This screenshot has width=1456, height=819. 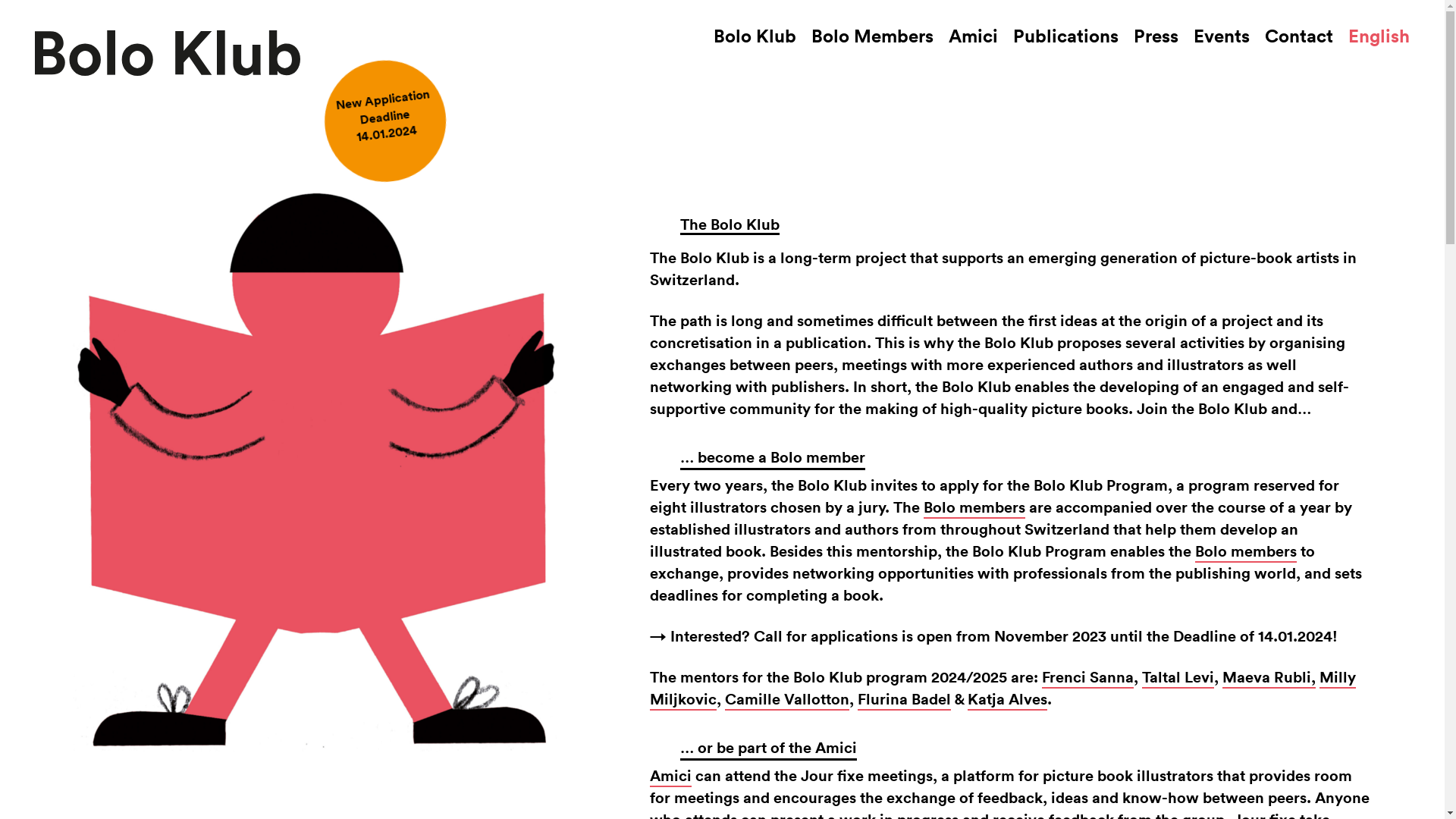 What do you see at coordinates (904, 699) in the screenshot?
I see `'Flurina Badel'` at bounding box center [904, 699].